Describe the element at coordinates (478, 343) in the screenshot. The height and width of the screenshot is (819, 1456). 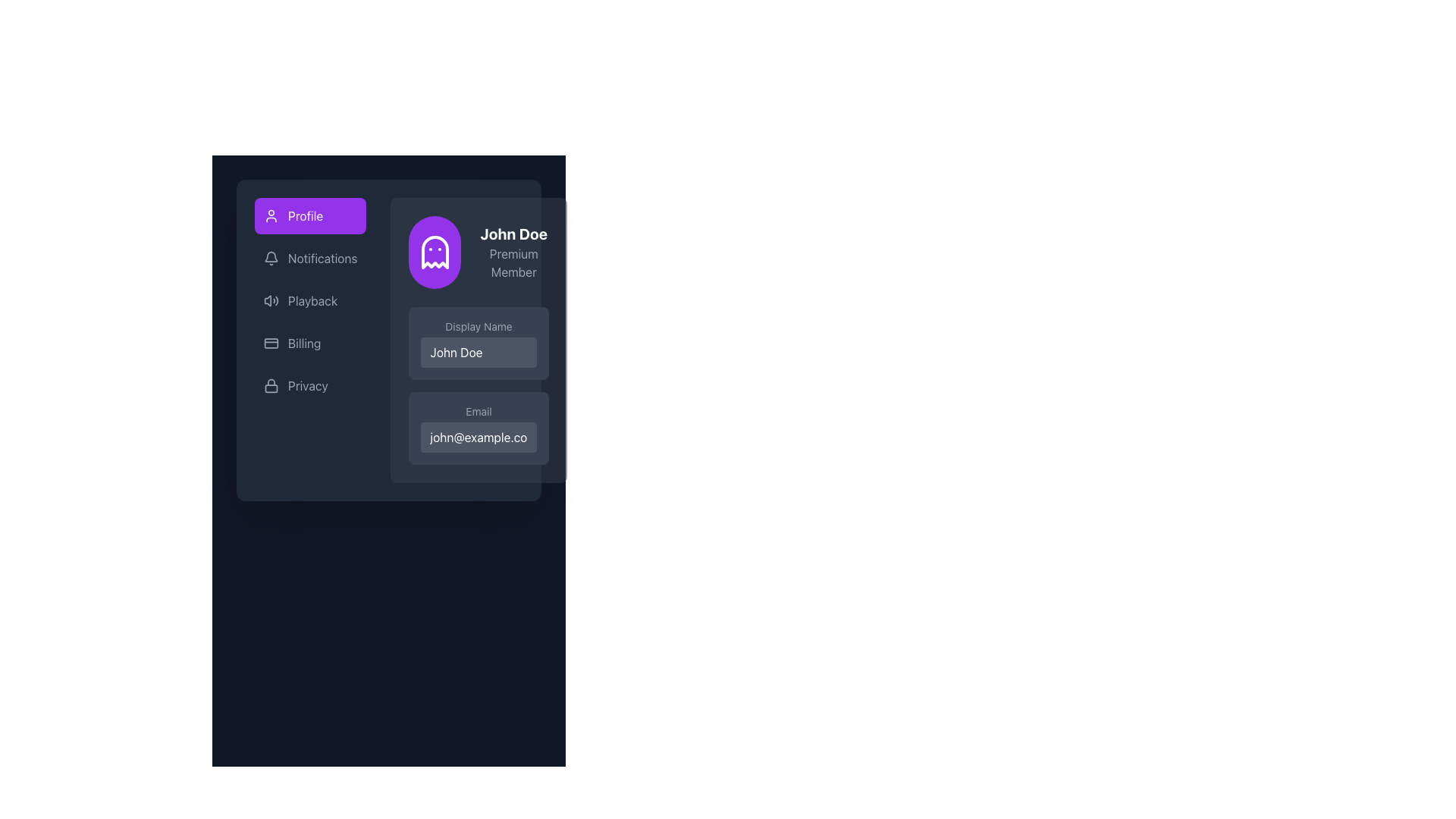
I see `the text input field for 'Display Name' located in the central panel of the UI` at that location.